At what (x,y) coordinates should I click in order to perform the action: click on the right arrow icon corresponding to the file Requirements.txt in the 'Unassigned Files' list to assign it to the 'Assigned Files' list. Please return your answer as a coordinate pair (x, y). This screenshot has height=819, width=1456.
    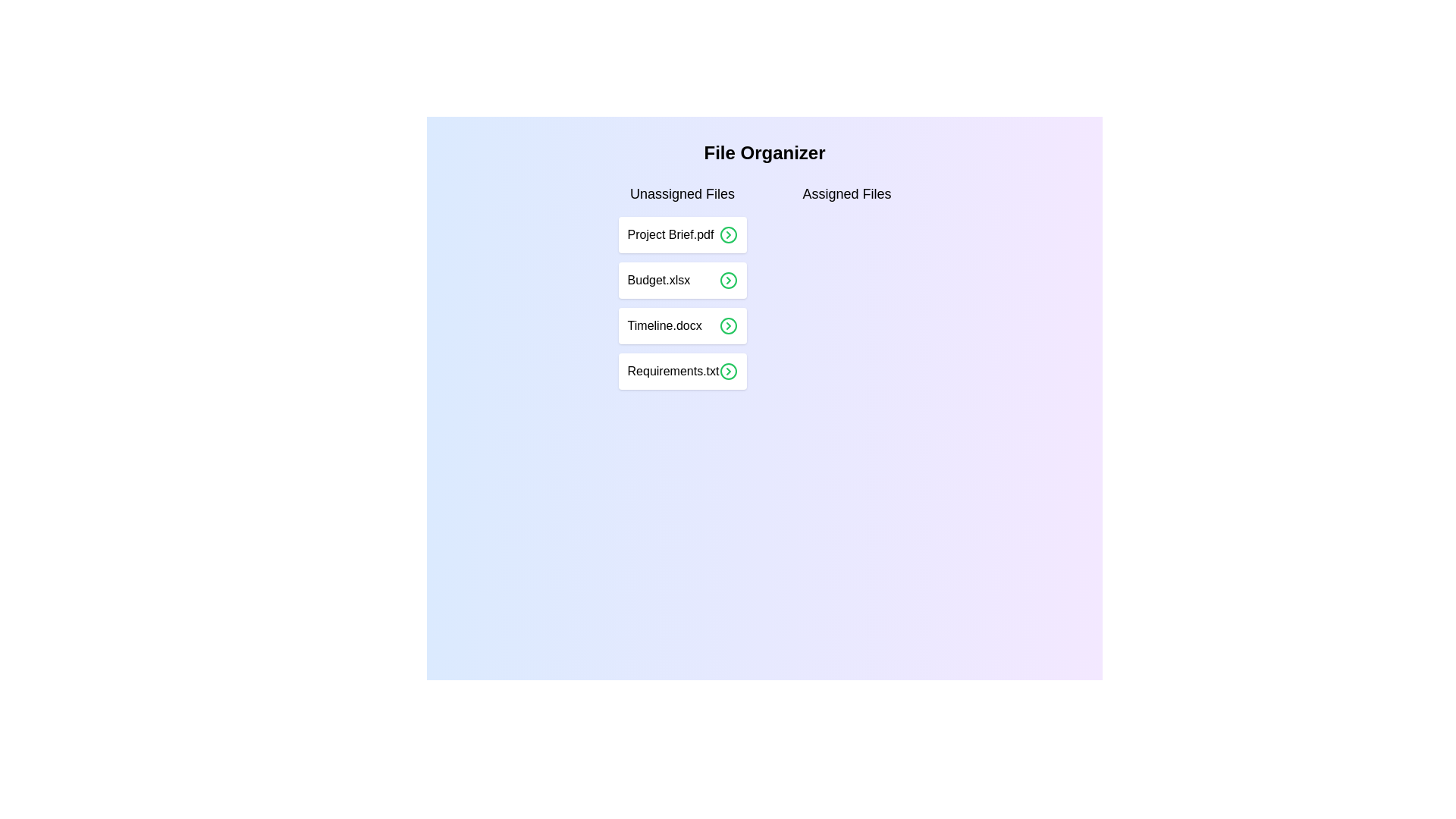
    Looking at the image, I should click on (728, 371).